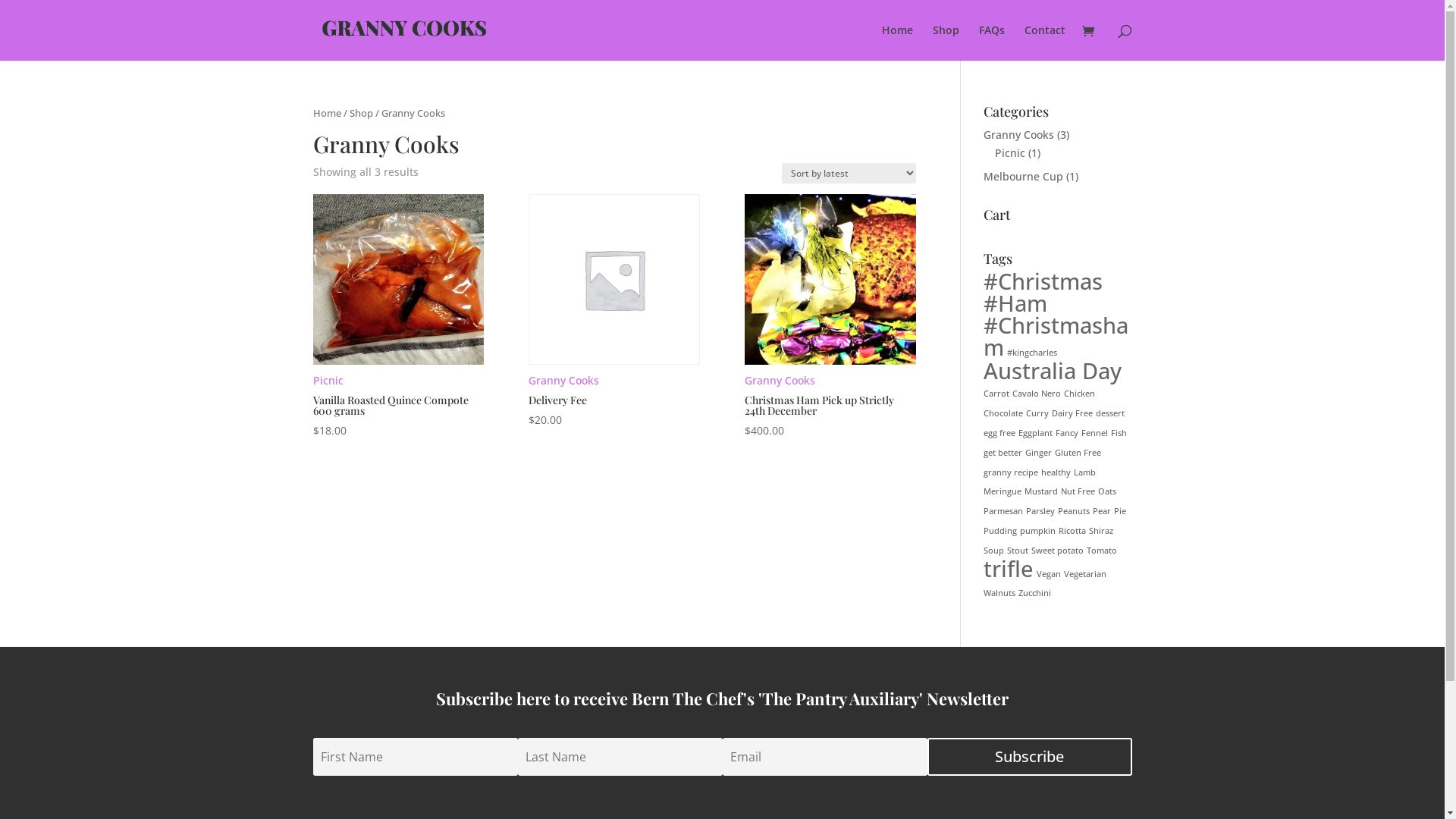  Describe the element at coordinates (1055, 472) in the screenshot. I see `'healthy'` at that location.